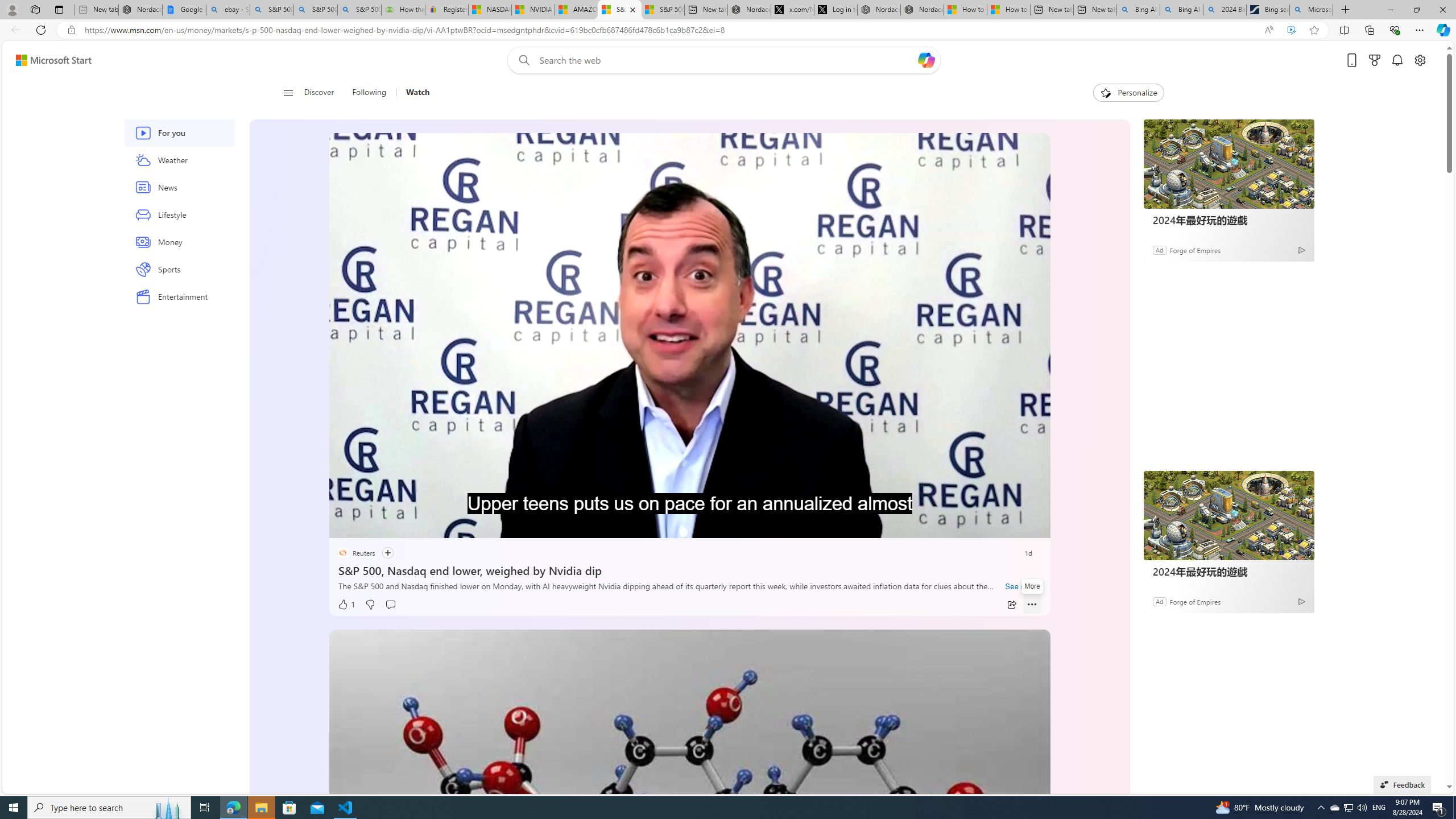  I want to click on 'How the S&P 500 Performed During Major Market Crashes', so click(403, 9).